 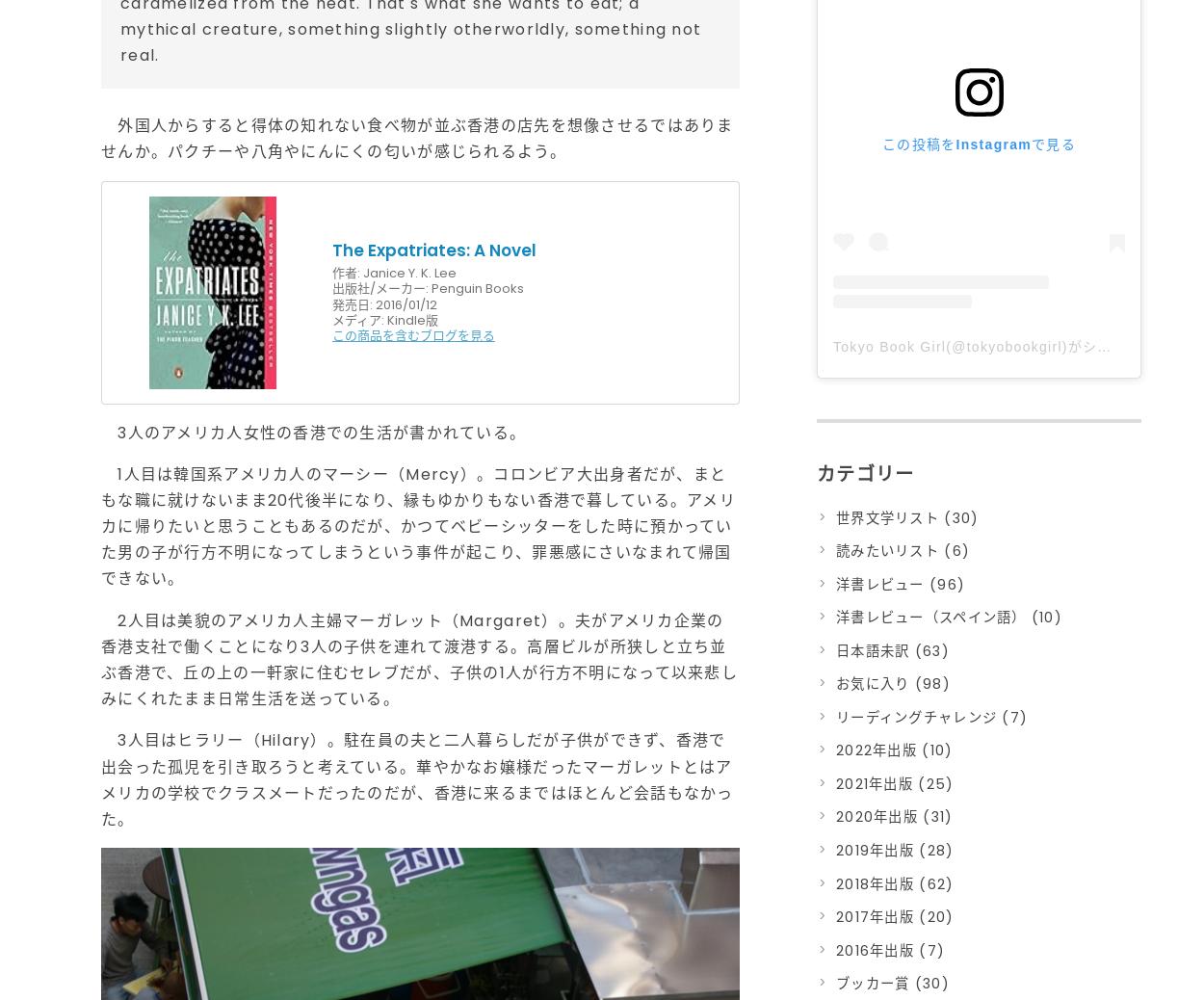 What do you see at coordinates (100, 658) in the screenshot?
I see `'2人目は美貌のアメリカ人主婦マーガレット（Margaret）。夫がアメリカ企業の香港支社で働くことになり3人の子供を連れて渡港する。高層ビルが所狭しと立ち並ぶ香港で、丘の上の一軒家に住むセレブだが、子供の1人が行方不明になって以来悲しみにくれたまま日常生活を送っている。'` at bounding box center [100, 658].